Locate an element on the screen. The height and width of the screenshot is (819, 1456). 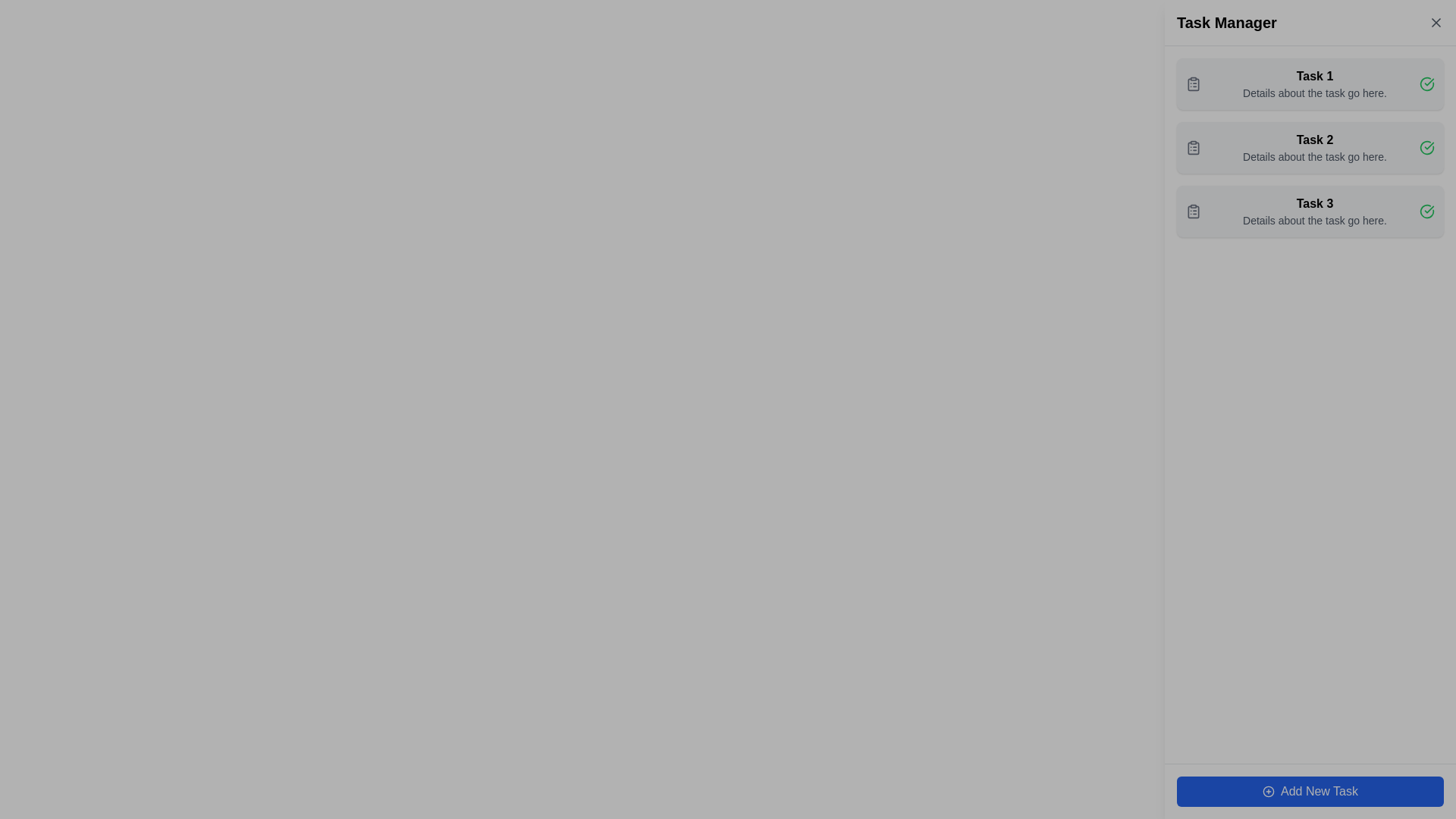
the first task item labeled 'Task 1' in the 'Task Manager' pane is located at coordinates (1313, 84).